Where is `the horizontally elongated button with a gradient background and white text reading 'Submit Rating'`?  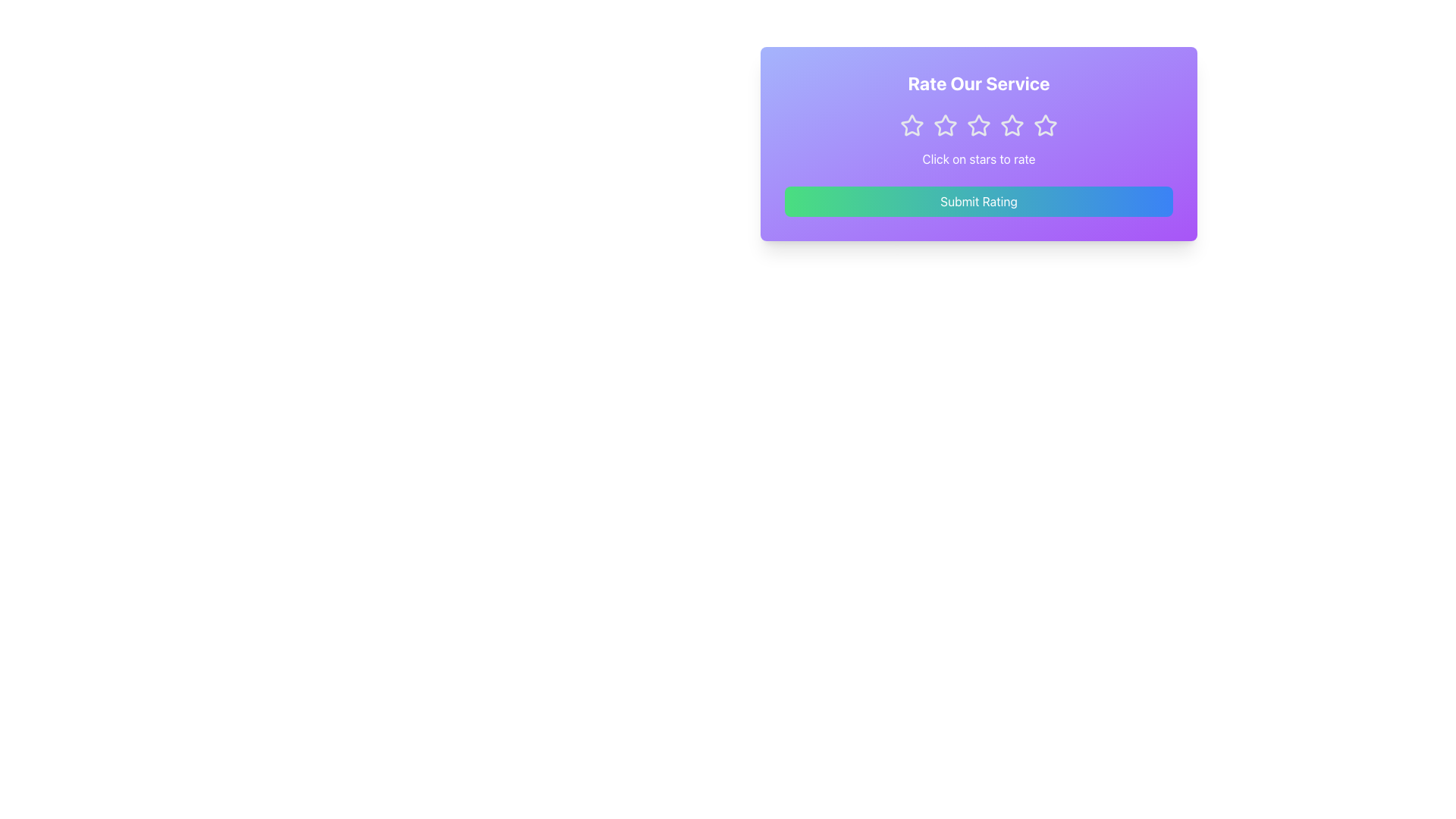
the horizontally elongated button with a gradient background and white text reading 'Submit Rating' is located at coordinates (979, 201).